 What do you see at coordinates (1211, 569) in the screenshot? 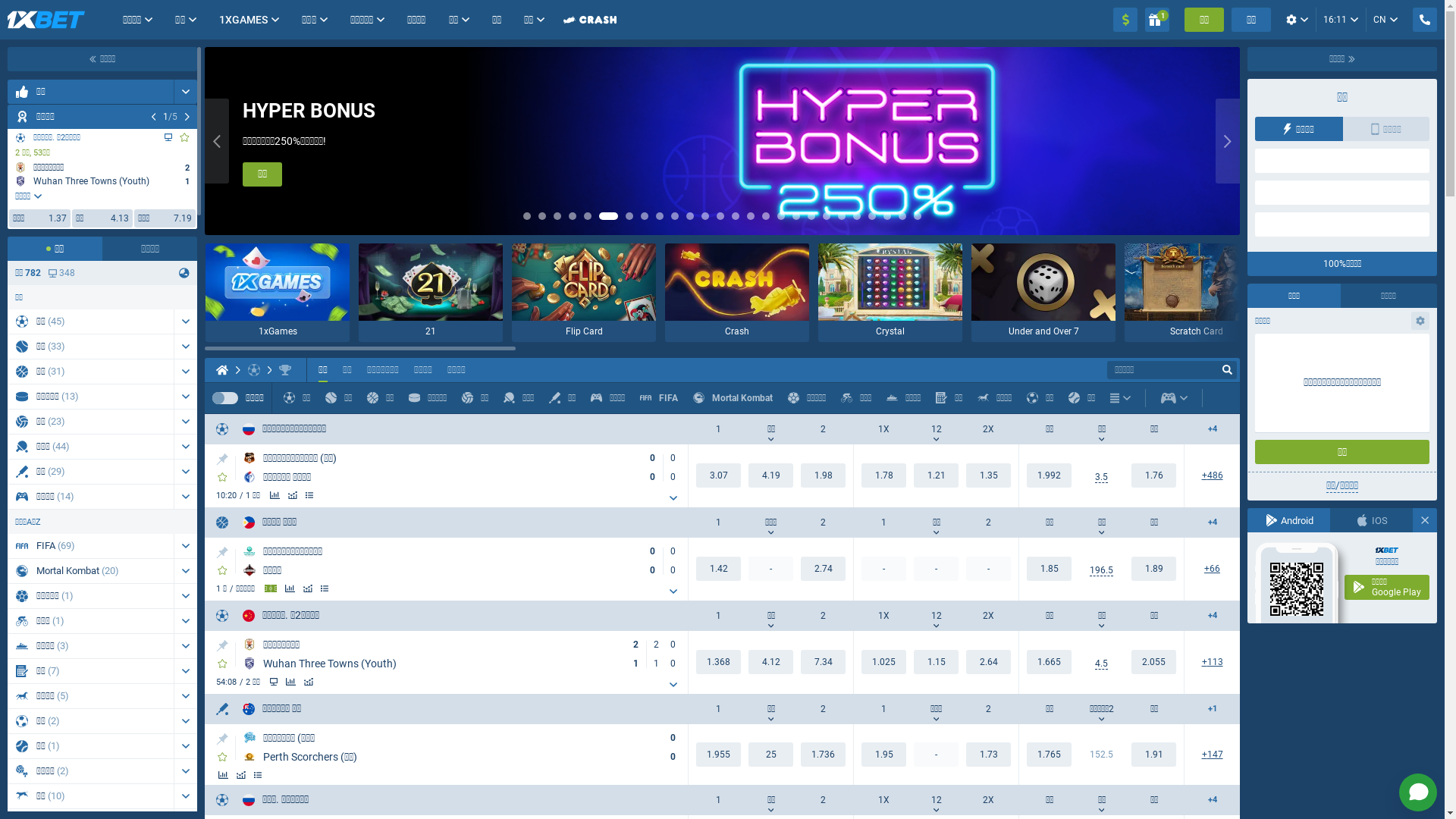
I see `'66'` at bounding box center [1211, 569].